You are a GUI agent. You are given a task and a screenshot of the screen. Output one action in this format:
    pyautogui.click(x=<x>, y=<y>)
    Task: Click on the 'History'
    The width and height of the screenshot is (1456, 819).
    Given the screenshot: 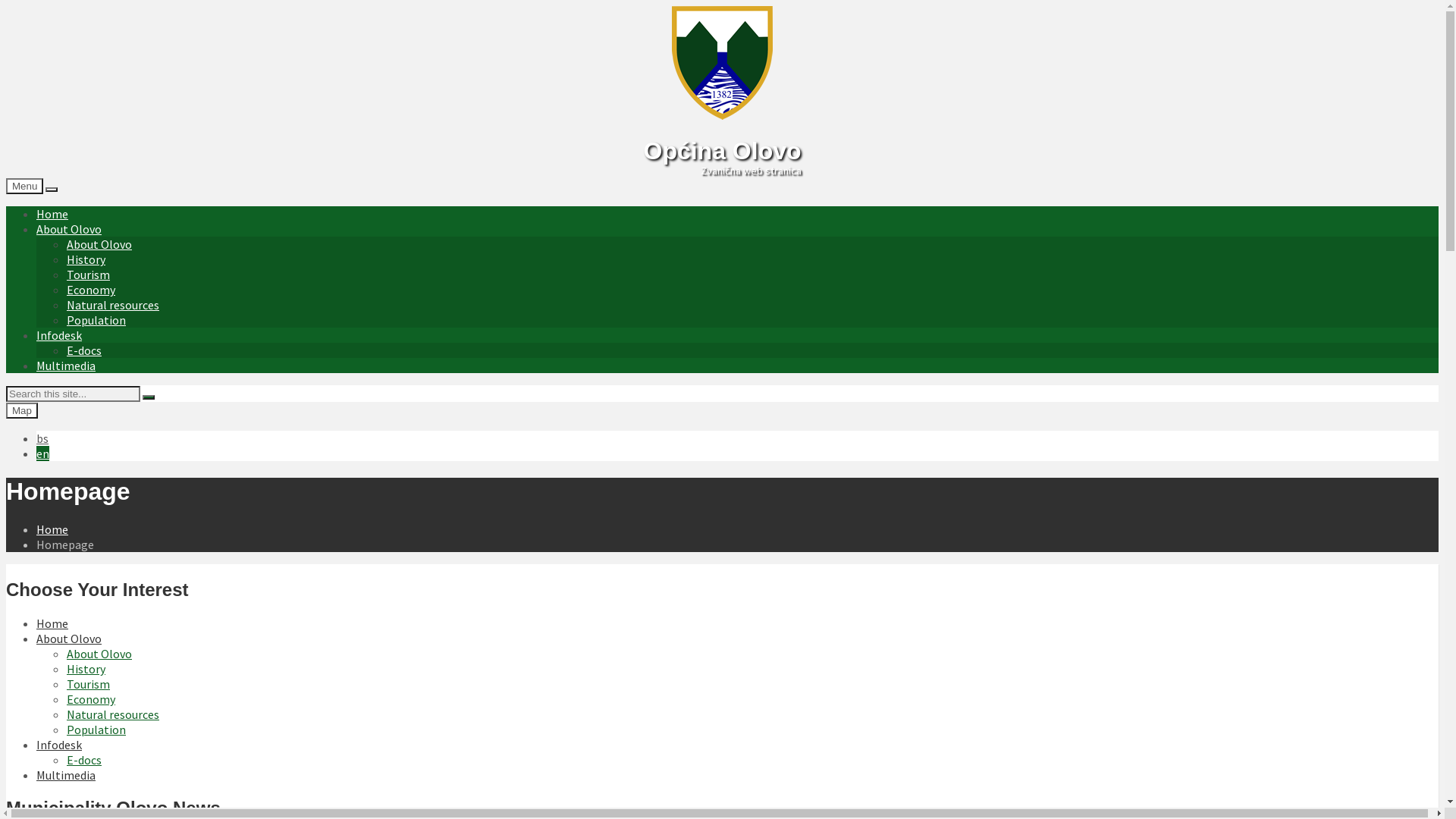 What is the action you would take?
    pyautogui.click(x=65, y=668)
    